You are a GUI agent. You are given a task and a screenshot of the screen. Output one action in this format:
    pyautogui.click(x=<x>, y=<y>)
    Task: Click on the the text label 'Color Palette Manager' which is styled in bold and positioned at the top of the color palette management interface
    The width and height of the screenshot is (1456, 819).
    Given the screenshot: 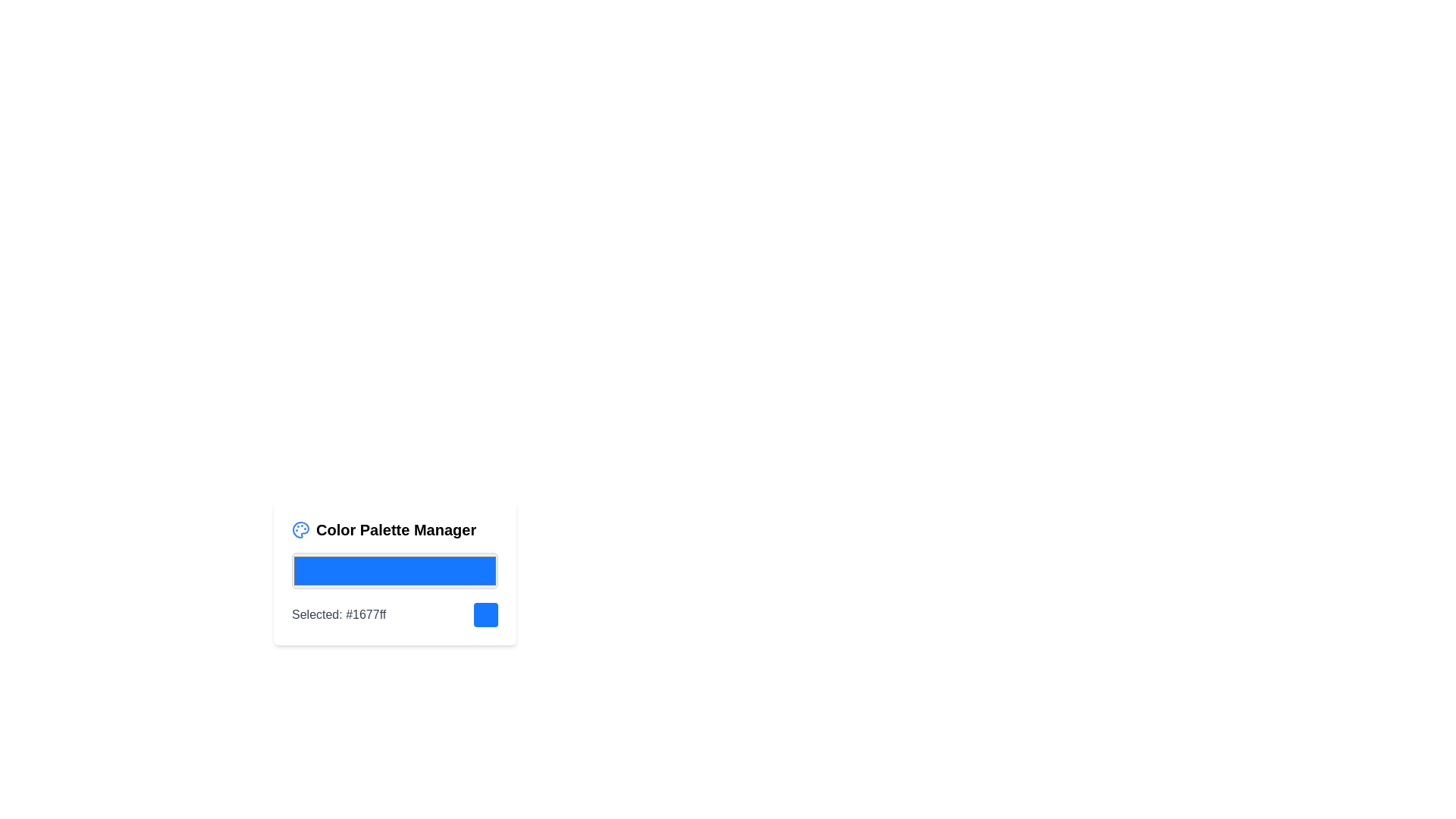 What is the action you would take?
    pyautogui.click(x=396, y=529)
    